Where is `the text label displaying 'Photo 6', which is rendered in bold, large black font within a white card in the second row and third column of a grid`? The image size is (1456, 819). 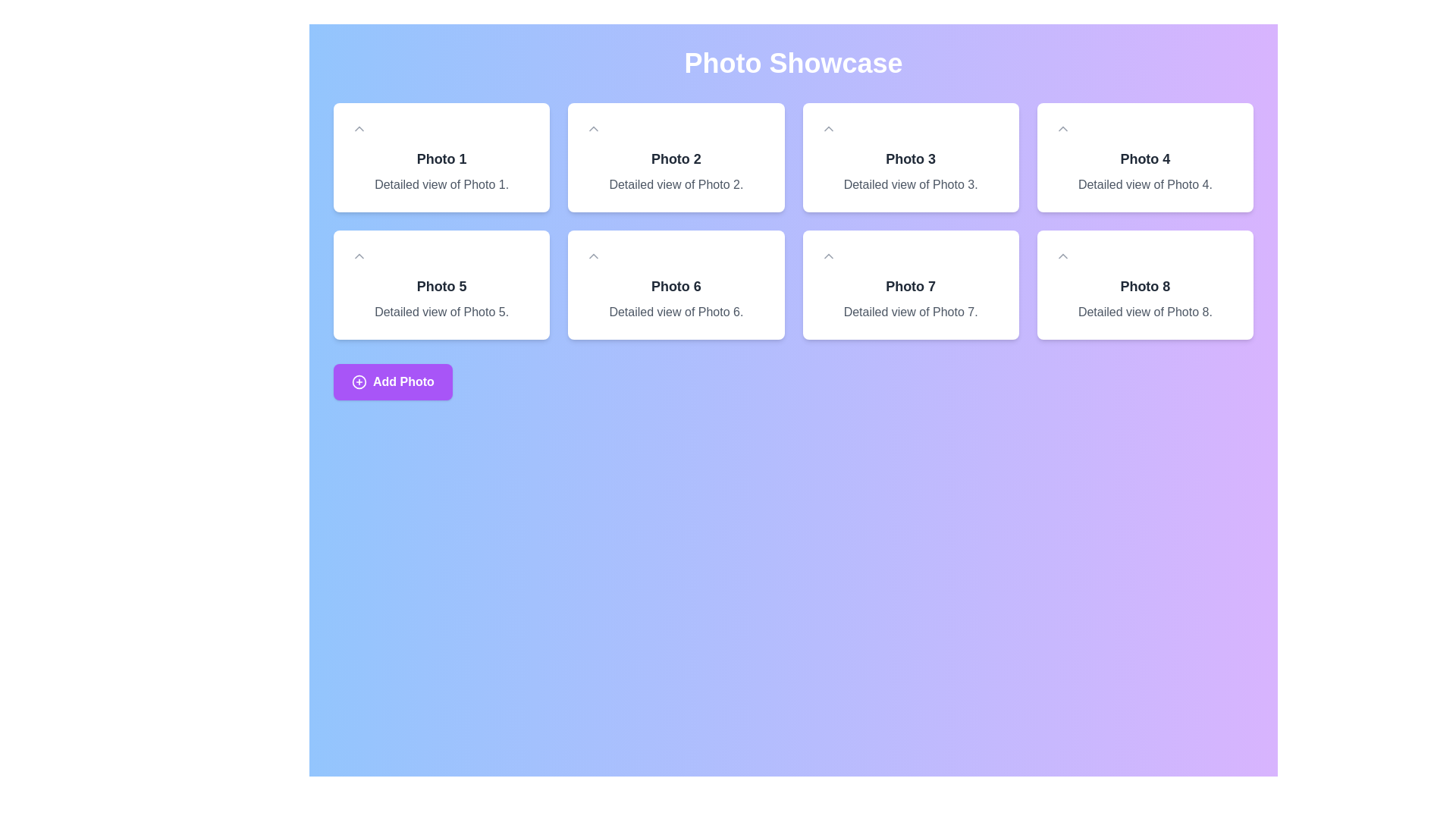
the text label displaying 'Photo 6', which is rendered in bold, large black font within a white card in the second row and third column of a grid is located at coordinates (675, 287).